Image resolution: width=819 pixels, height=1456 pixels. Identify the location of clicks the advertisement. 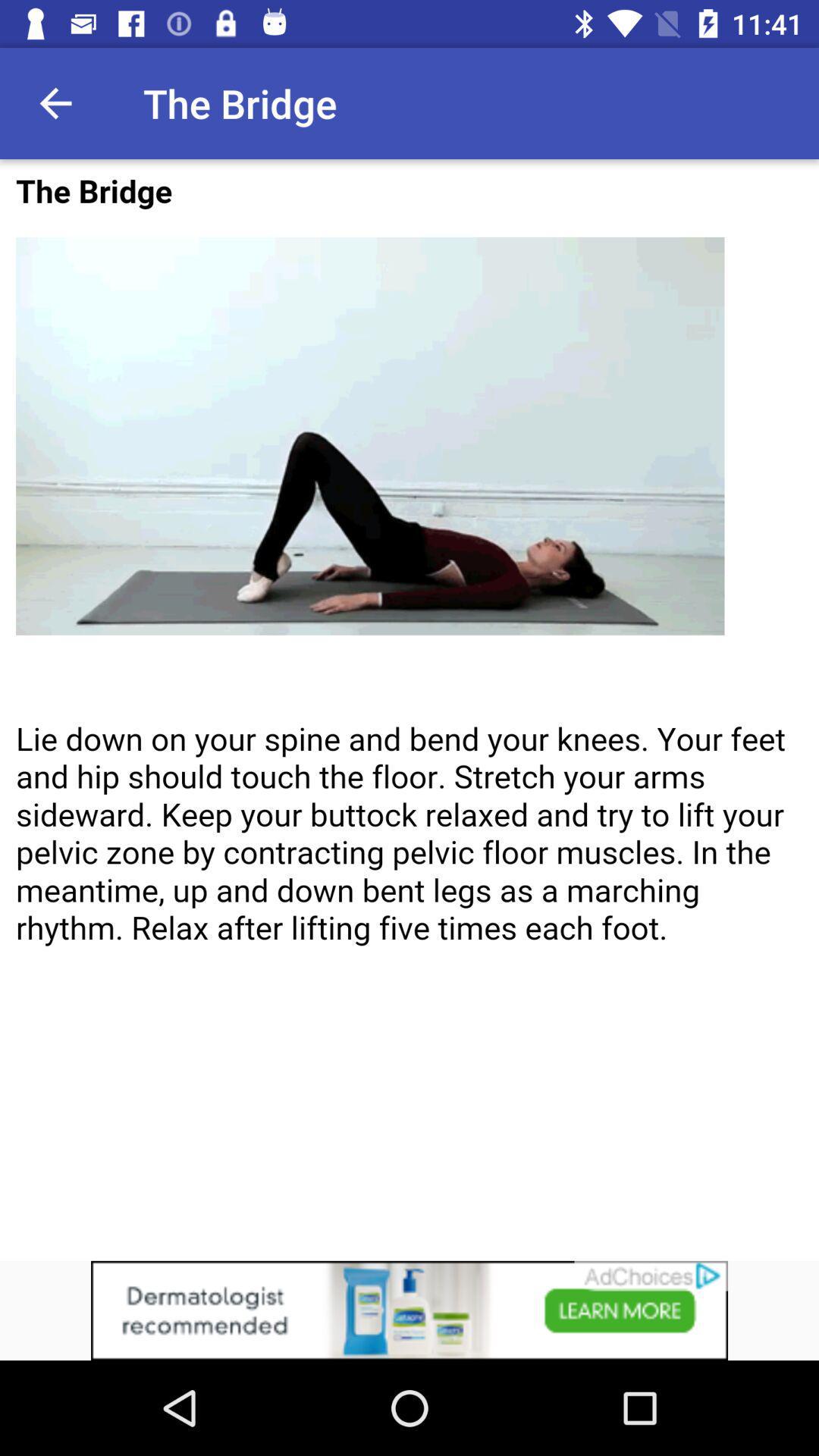
(409, 1310).